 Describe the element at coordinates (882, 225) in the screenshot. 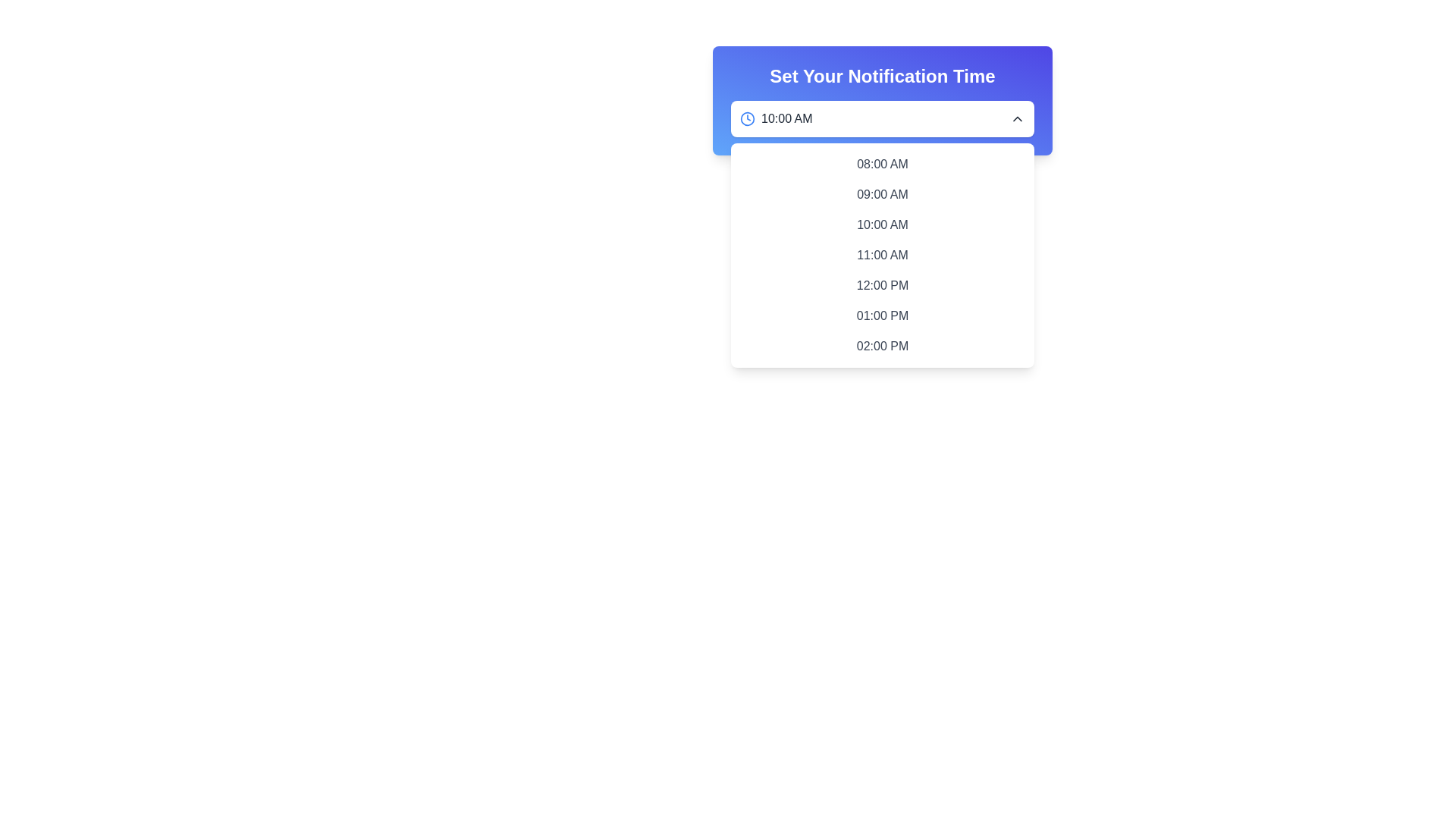

I see `the dropdown menu item for '10:00 AM'` at that location.